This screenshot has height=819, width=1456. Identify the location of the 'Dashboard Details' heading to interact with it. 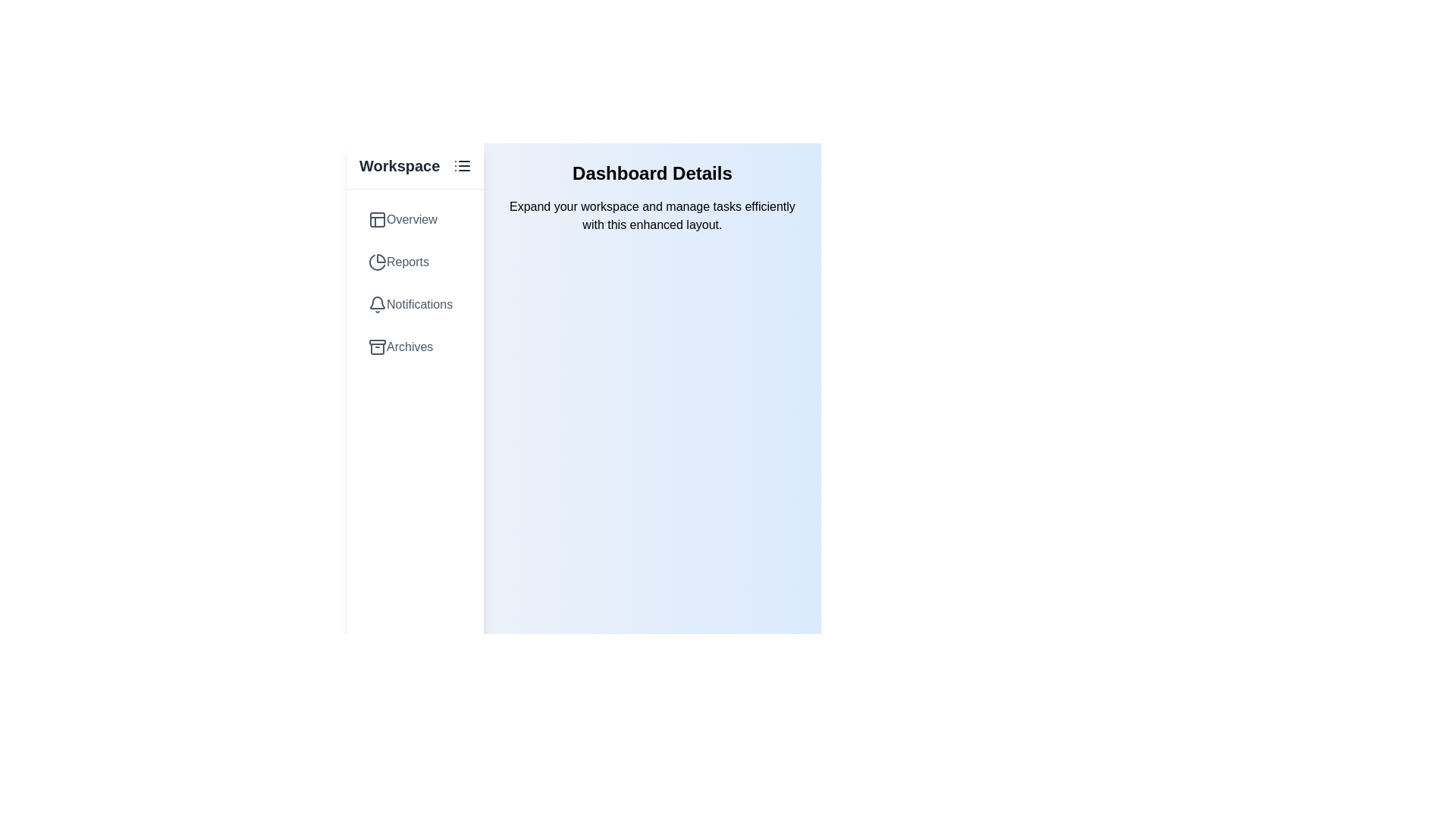
(651, 172).